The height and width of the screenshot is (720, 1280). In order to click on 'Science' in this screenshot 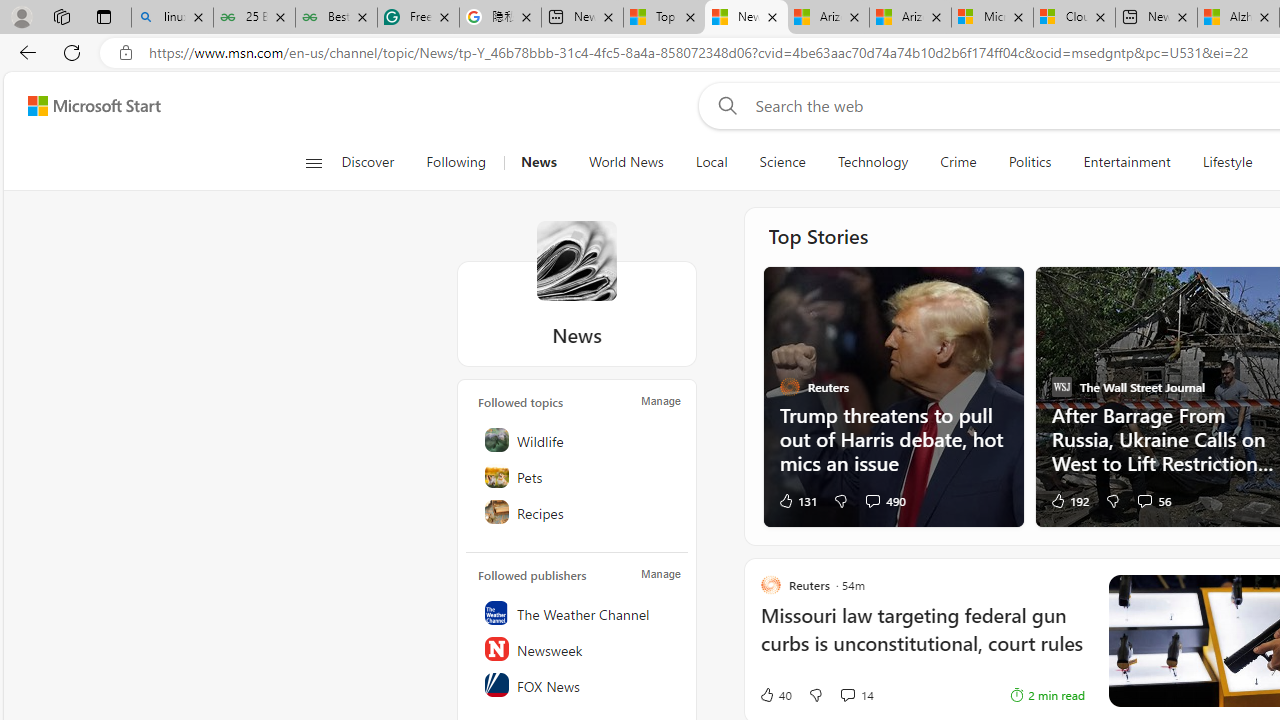, I will do `click(781, 162)`.